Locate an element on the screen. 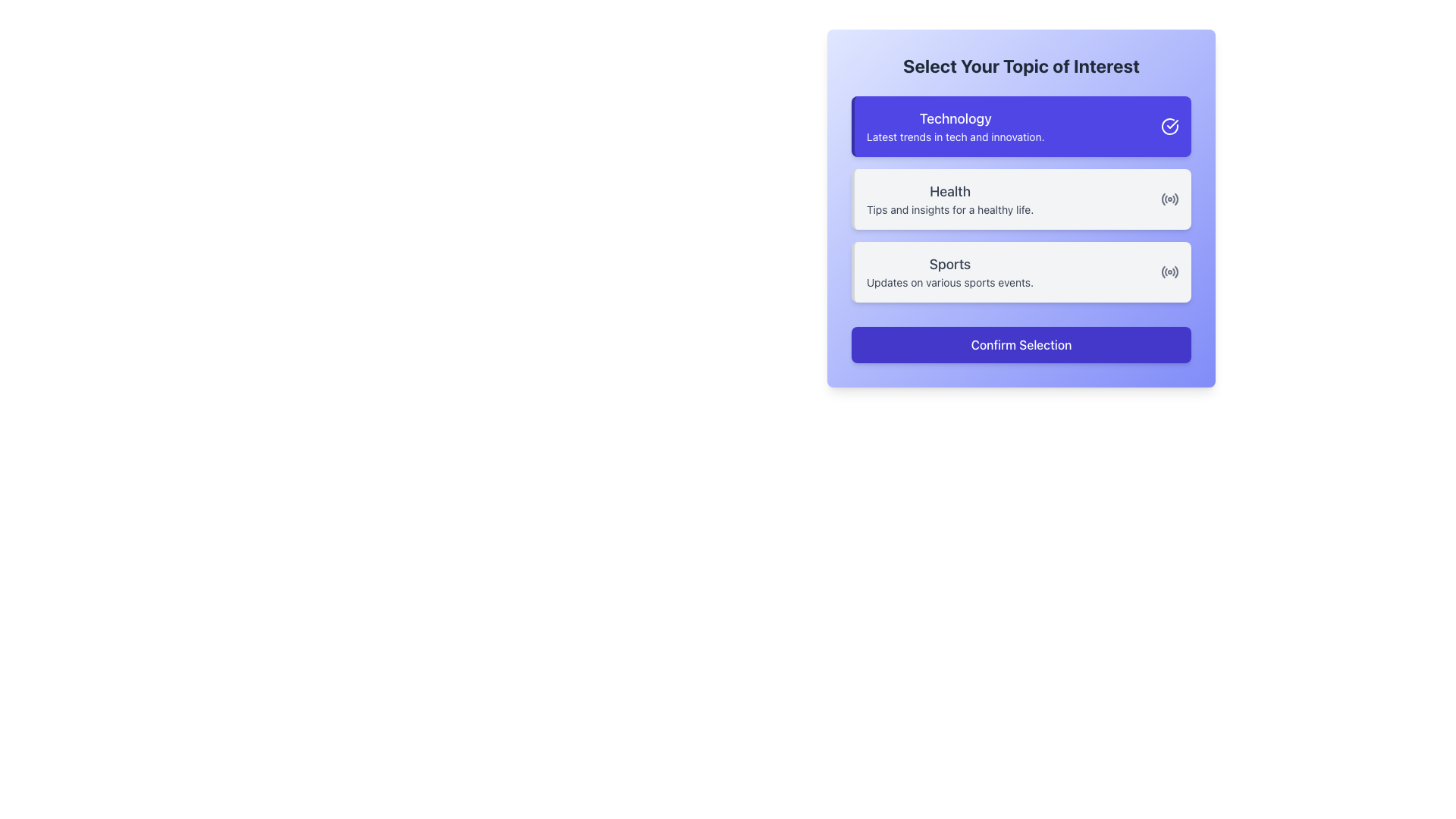 This screenshot has width=1456, height=819. the 'Health' icon located on the right side within the 'Health' selection box, positioned near the vertical middle of the box is located at coordinates (1169, 198).